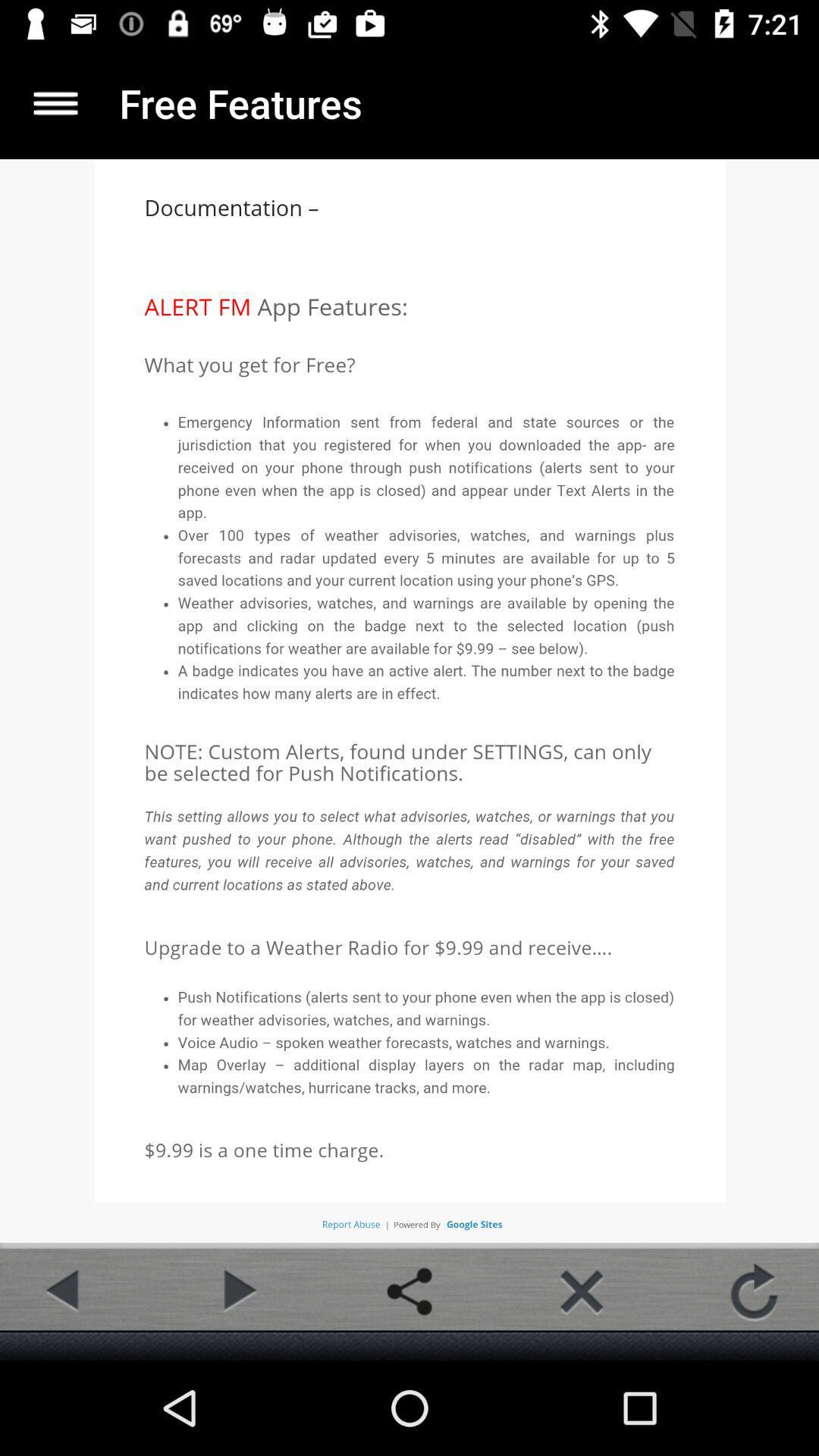  Describe the element at coordinates (237, 1291) in the screenshot. I see `the play icon` at that location.